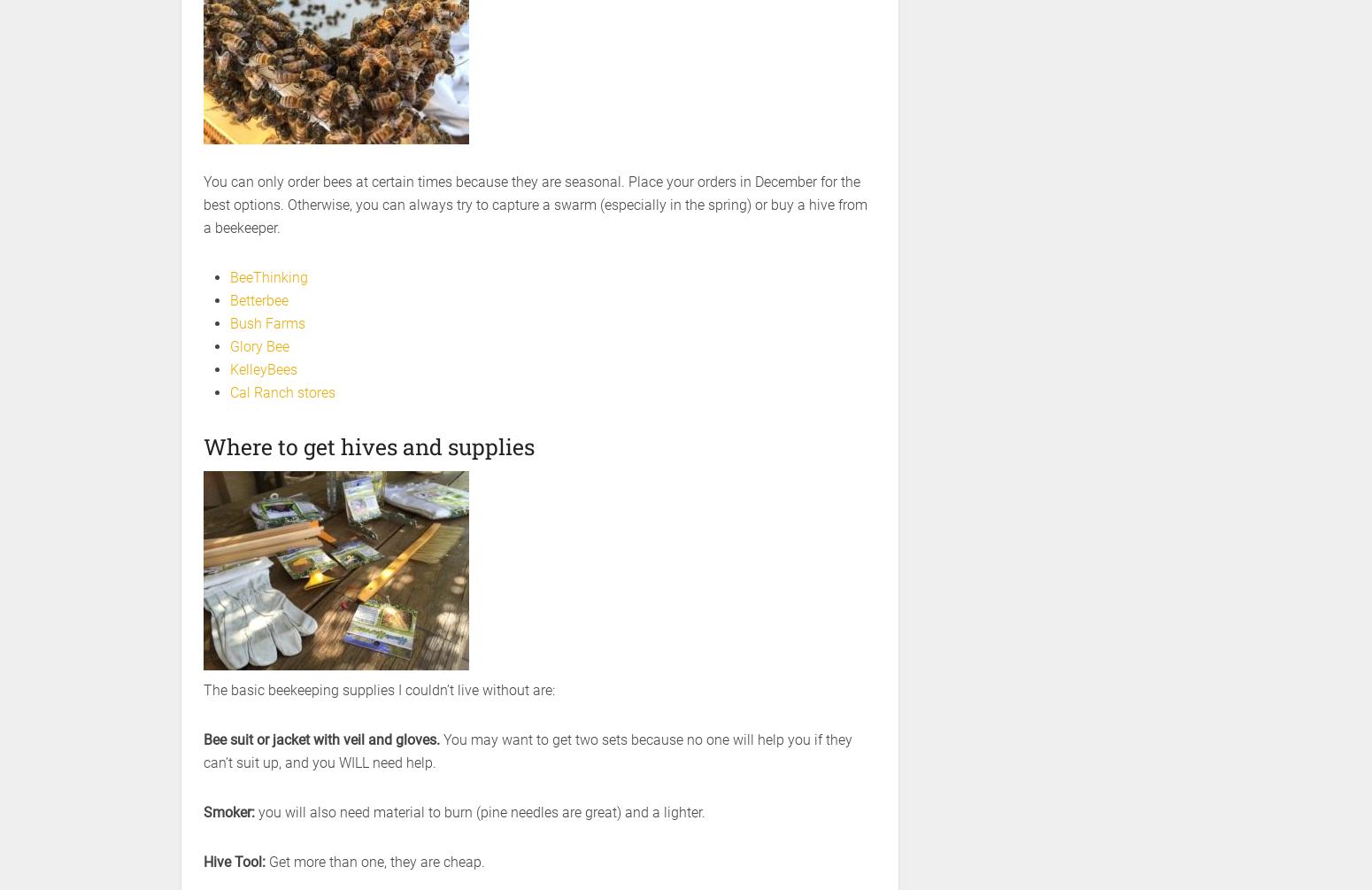 The image size is (1372, 890). Describe the element at coordinates (264, 369) in the screenshot. I see `'KelleyBees'` at that location.